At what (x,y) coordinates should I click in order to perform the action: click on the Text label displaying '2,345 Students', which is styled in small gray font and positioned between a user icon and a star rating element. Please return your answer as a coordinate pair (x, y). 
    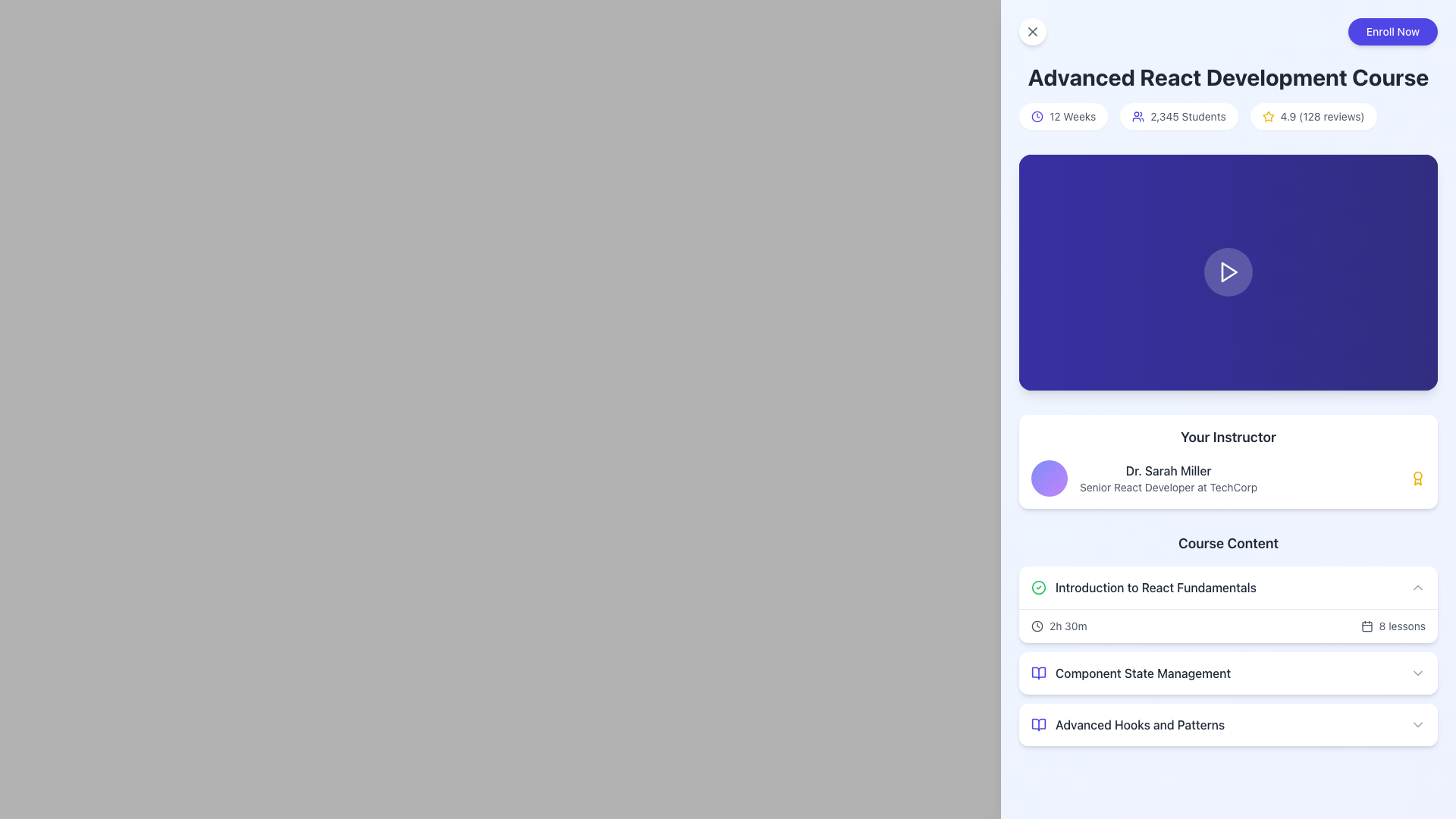
    Looking at the image, I should click on (1187, 116).